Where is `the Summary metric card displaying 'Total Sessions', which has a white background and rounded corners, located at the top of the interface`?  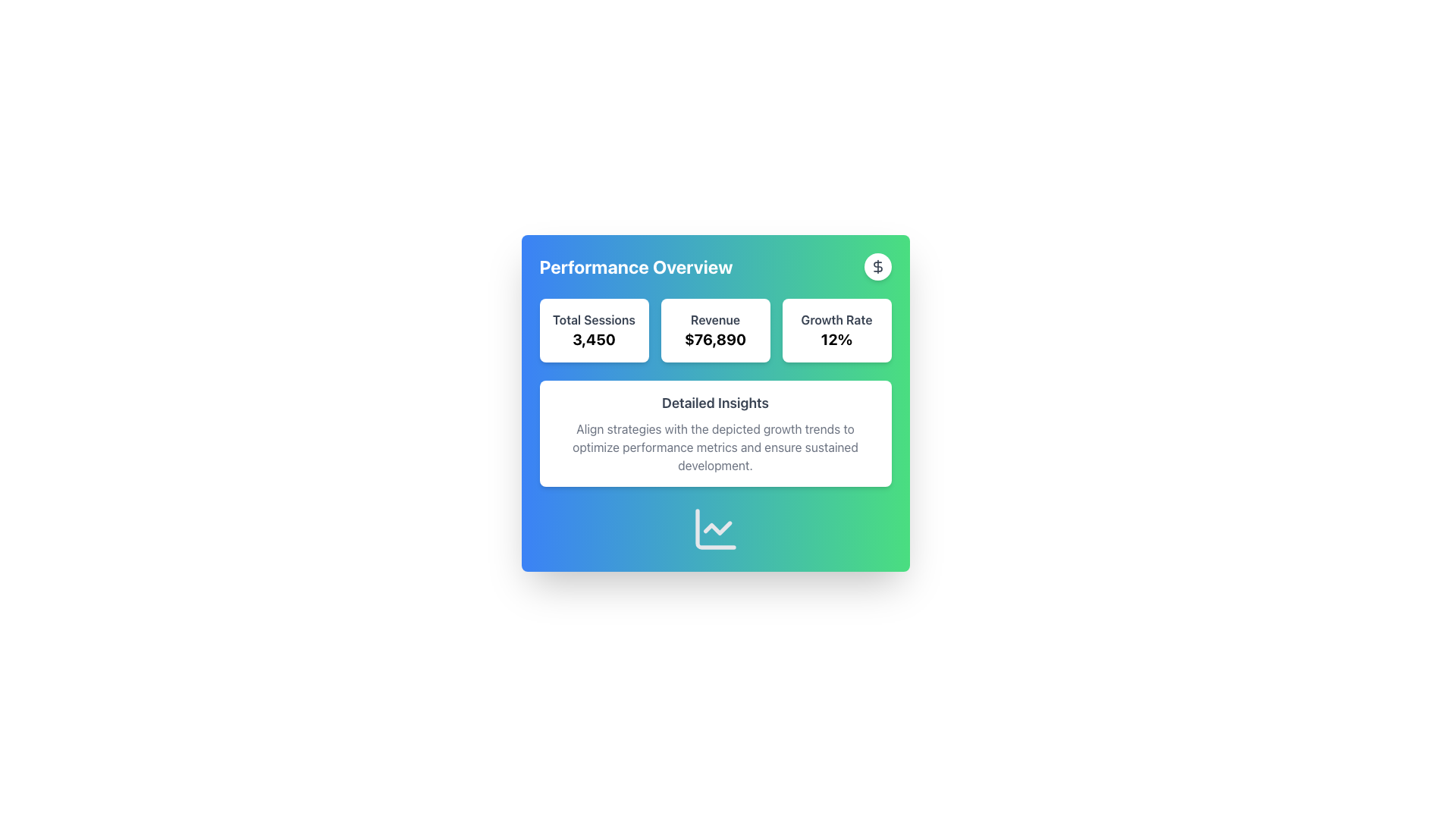 the Summary metric card displaying 'Total Sessions', which has a white background and rounded corners, located at the top of the interface is located at coordinates (593, 329).